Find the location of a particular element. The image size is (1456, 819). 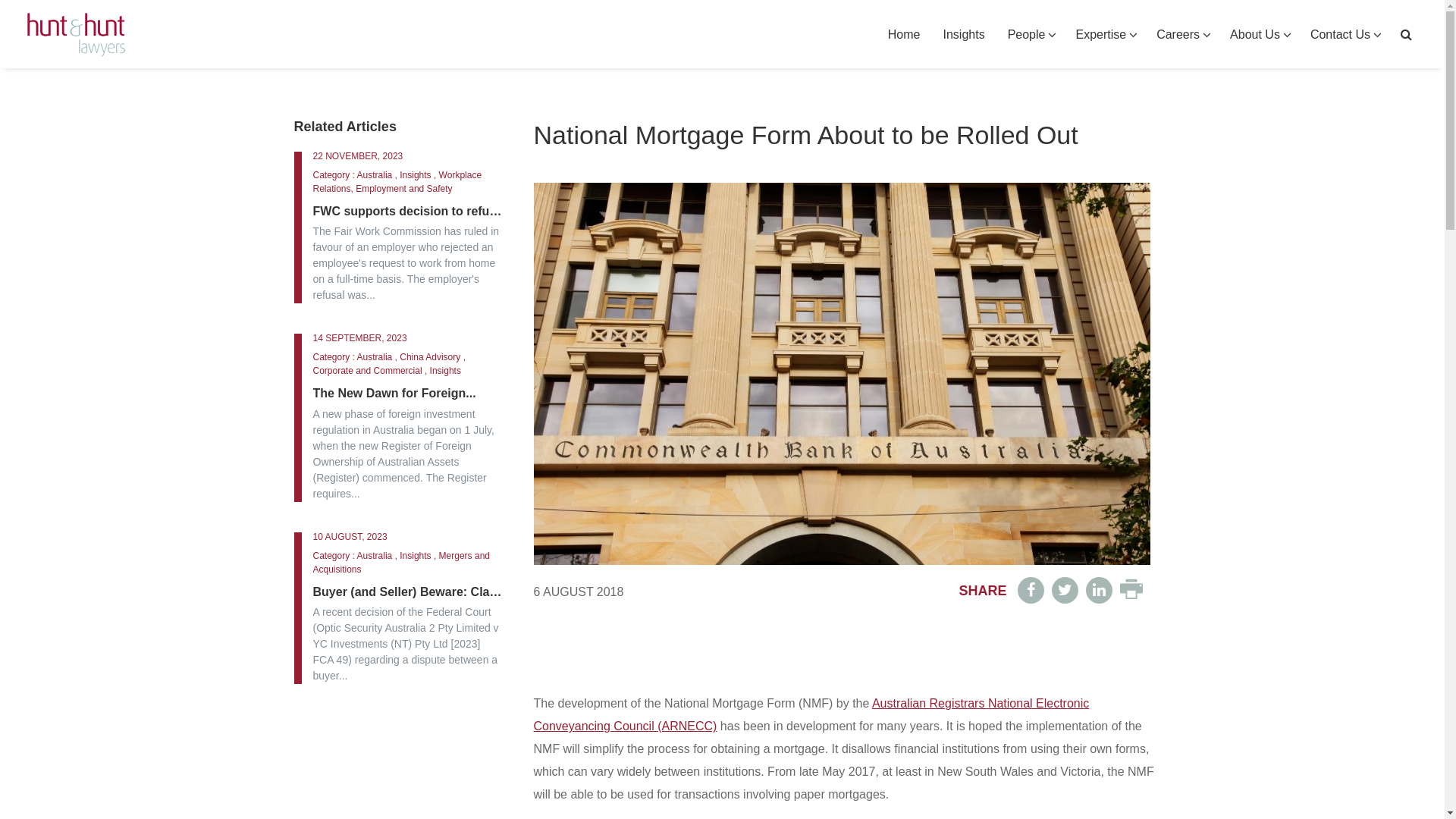

'People' is located at coordinates (1030, 34).